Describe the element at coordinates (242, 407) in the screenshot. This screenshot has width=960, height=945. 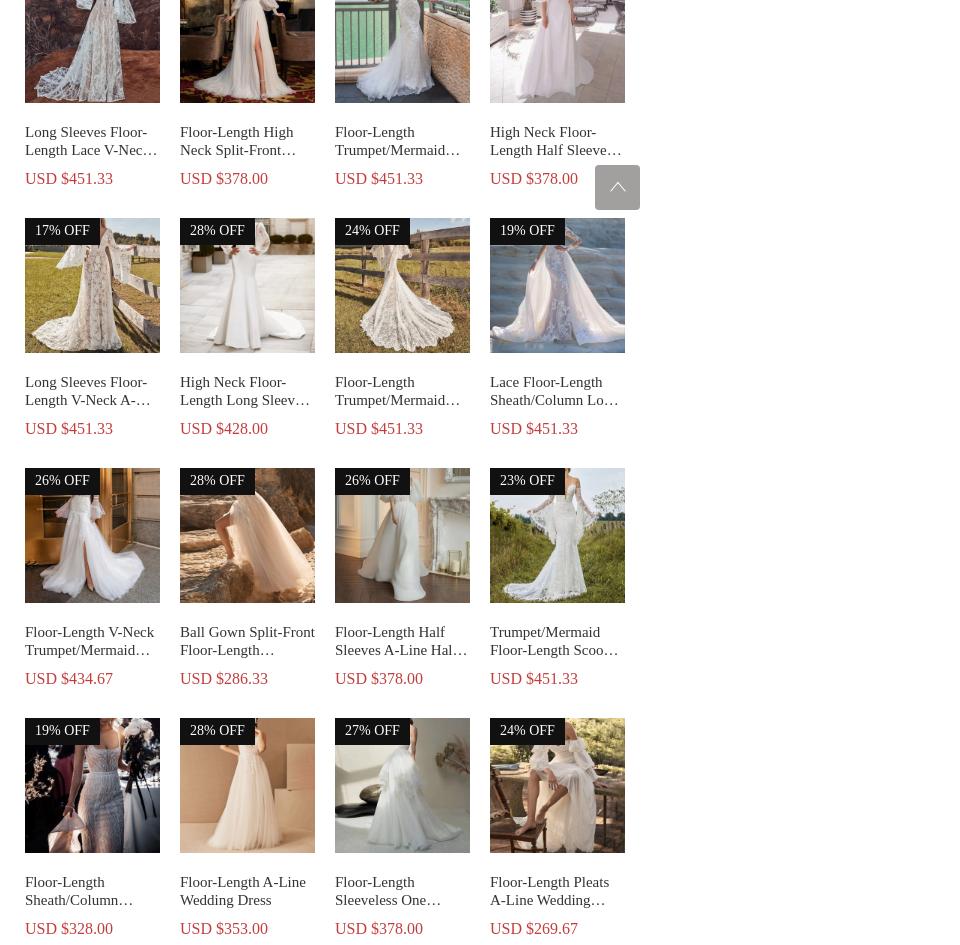
I see `'High Neck Floor-Length Long Sleeves Lace Hall Wedding Dress'` at that location.